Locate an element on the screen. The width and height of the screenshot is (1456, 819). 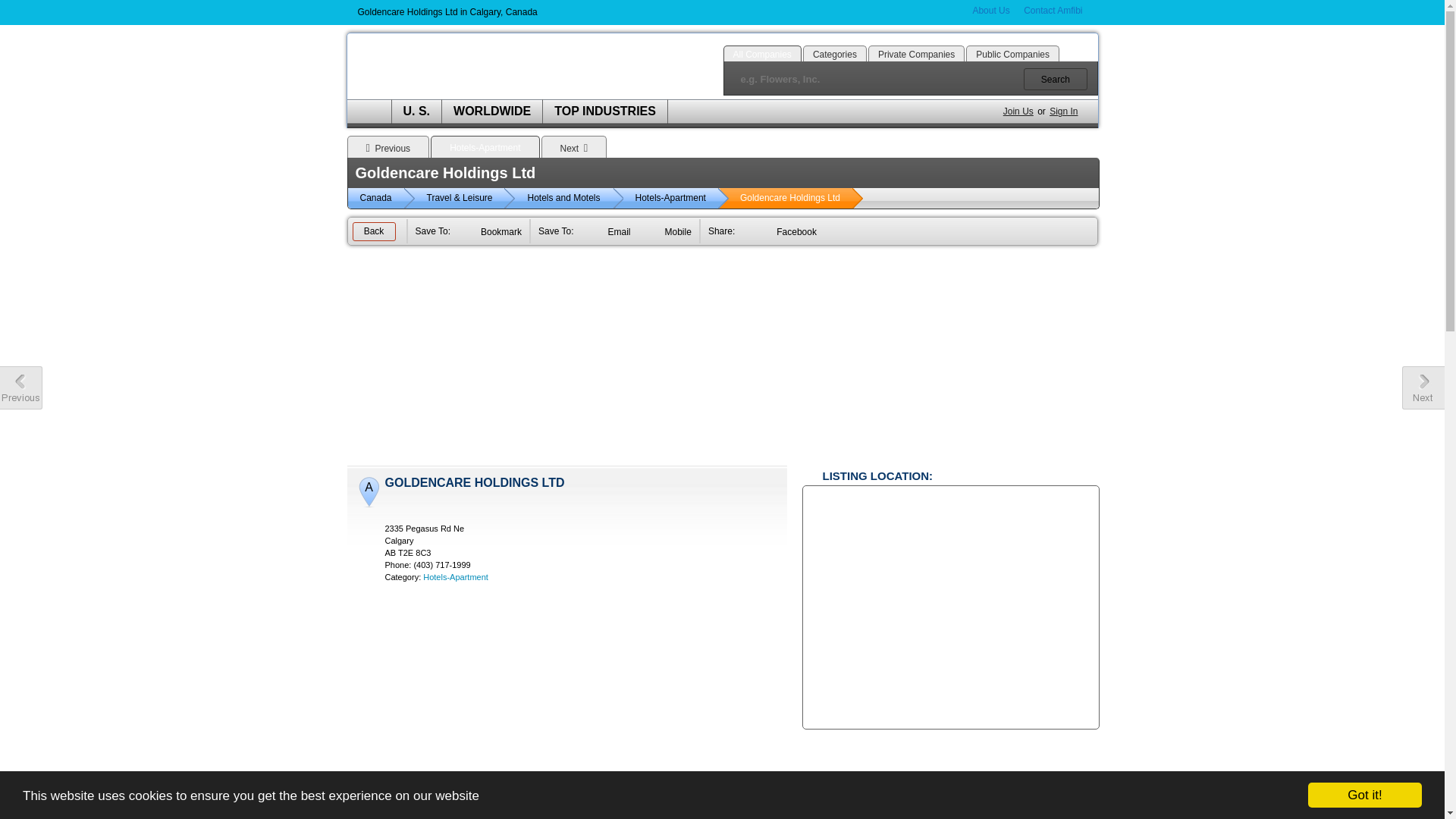
'GOLDENCARE HOLDINGS LTD' is located at coordinates (474, 482).